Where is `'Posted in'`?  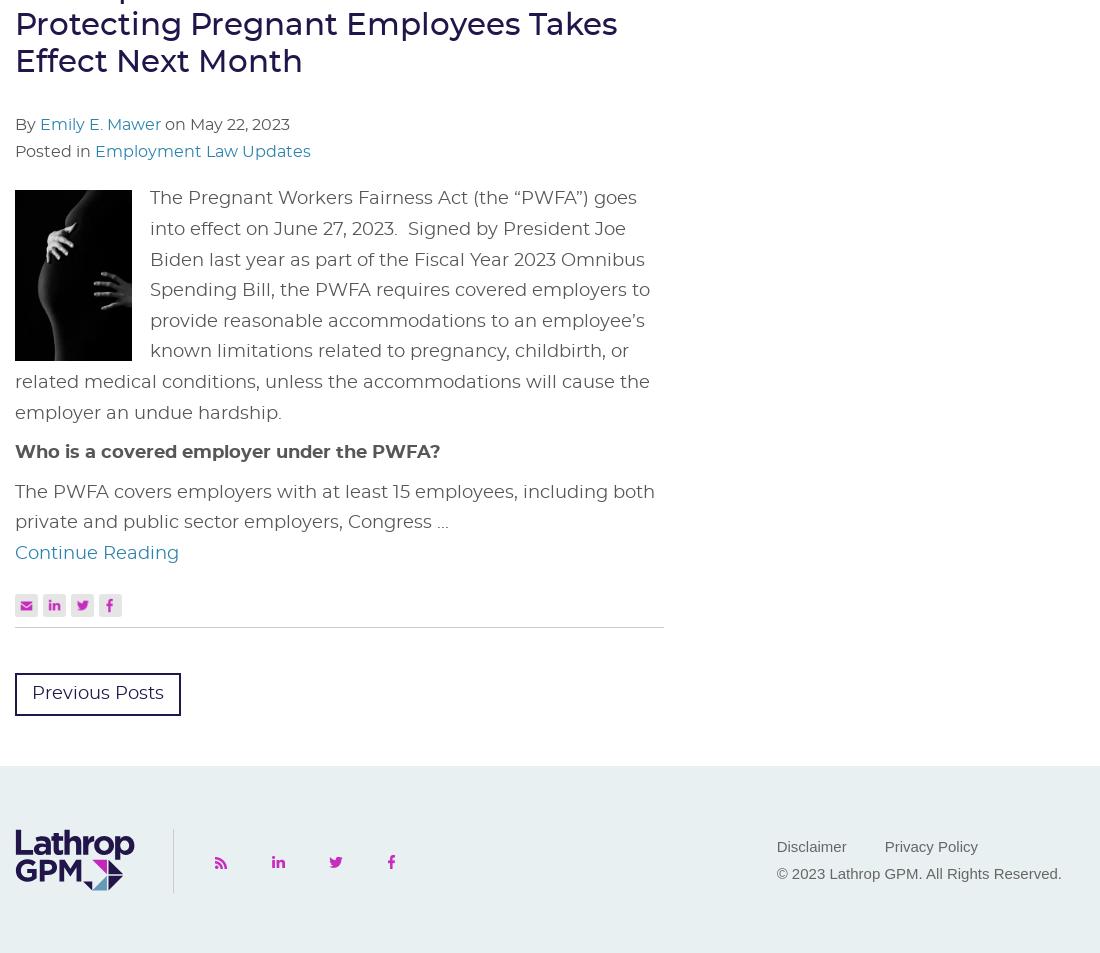
'Posted in' is located at coordinates (54, 151).